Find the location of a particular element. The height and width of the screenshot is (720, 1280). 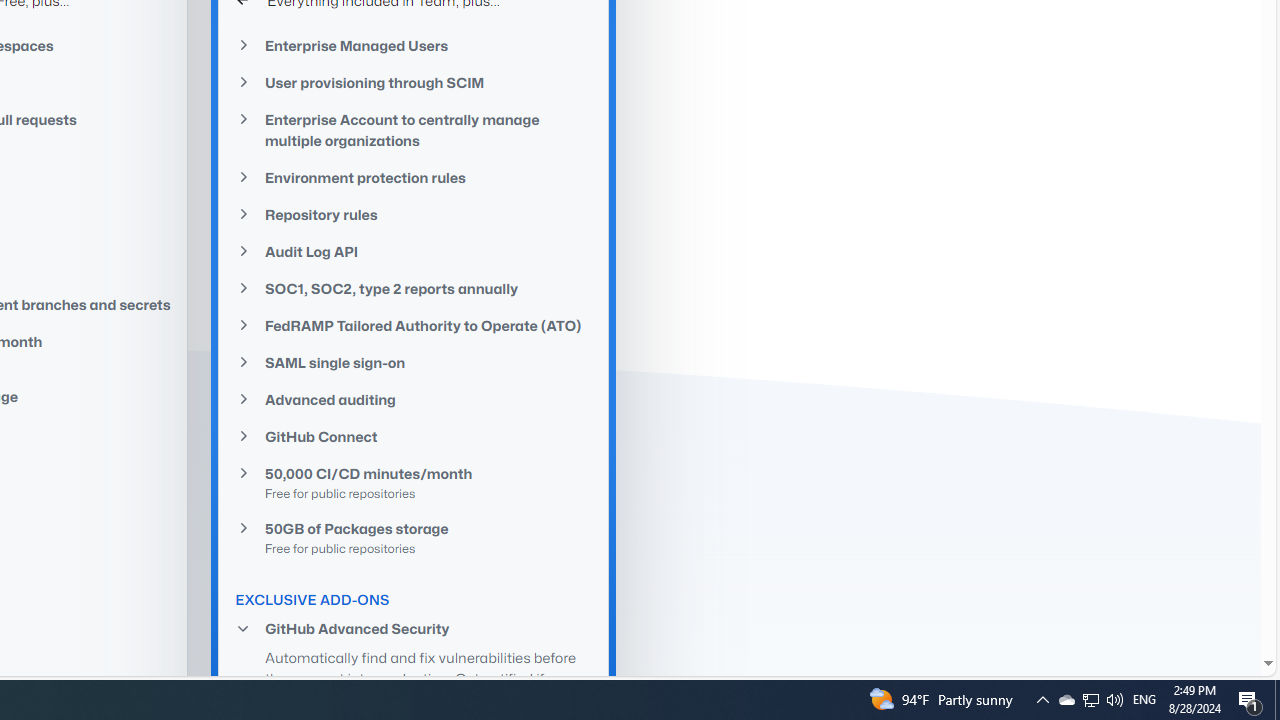

'Repository rules' is located at coordinates (413, 214).